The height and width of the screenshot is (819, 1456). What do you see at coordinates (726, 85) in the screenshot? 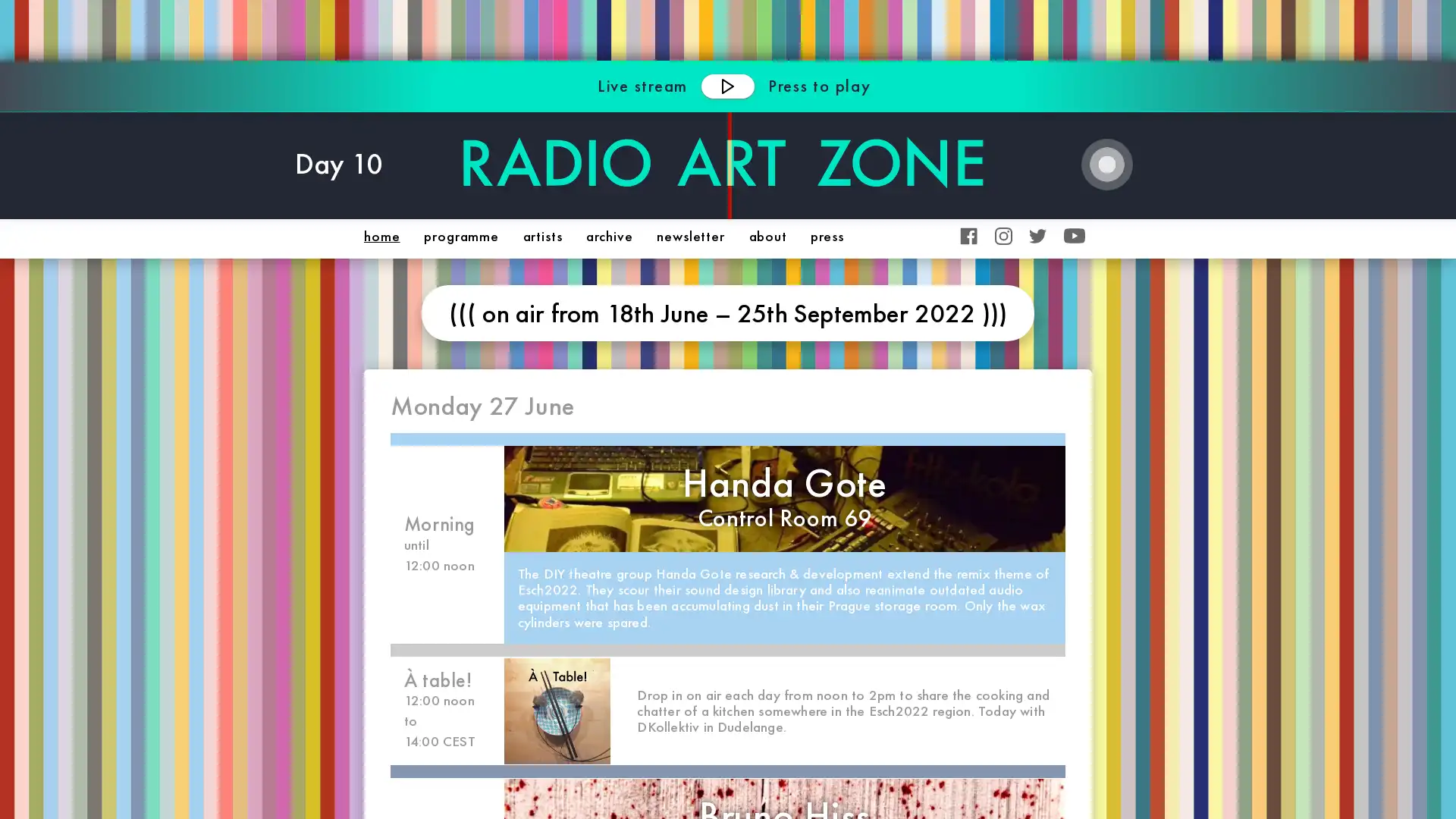
I see `play/pause` at bounding box center [726, 85].